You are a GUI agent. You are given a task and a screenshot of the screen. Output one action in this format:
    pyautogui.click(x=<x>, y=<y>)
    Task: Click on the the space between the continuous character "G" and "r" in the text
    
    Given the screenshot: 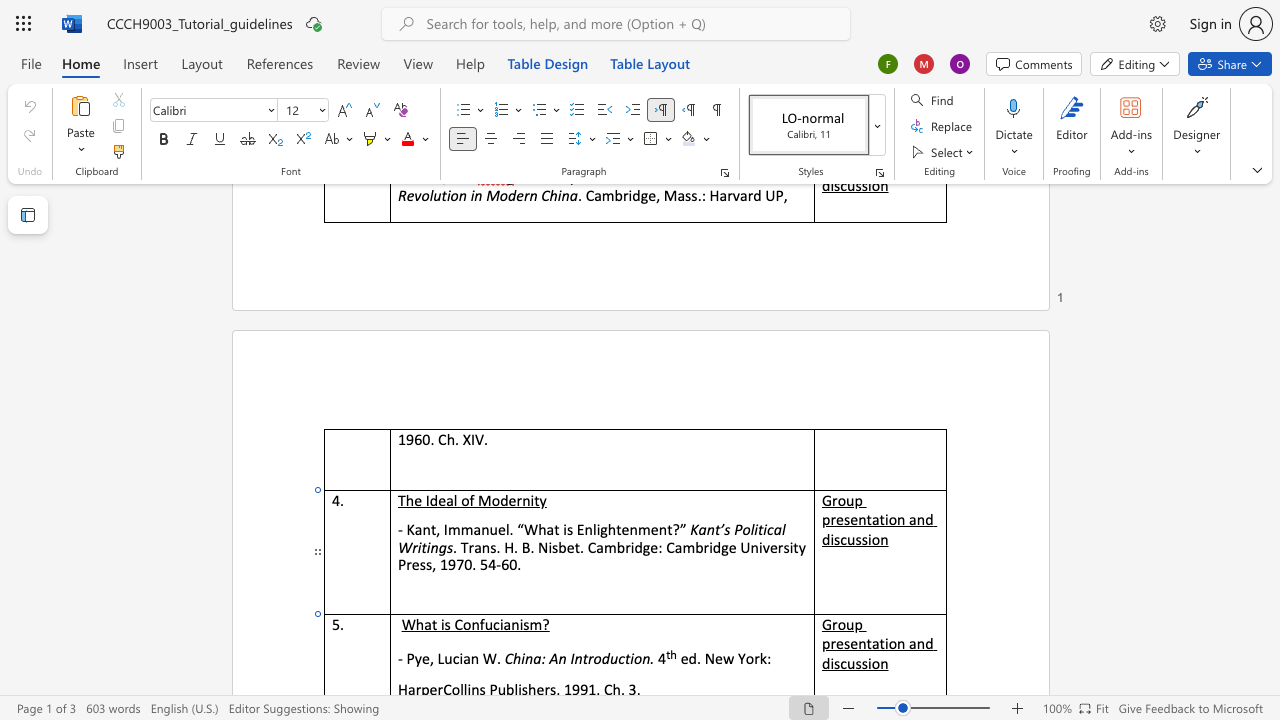 What is the action you would take?
    pyautogui.click(x=830, y=499)
    